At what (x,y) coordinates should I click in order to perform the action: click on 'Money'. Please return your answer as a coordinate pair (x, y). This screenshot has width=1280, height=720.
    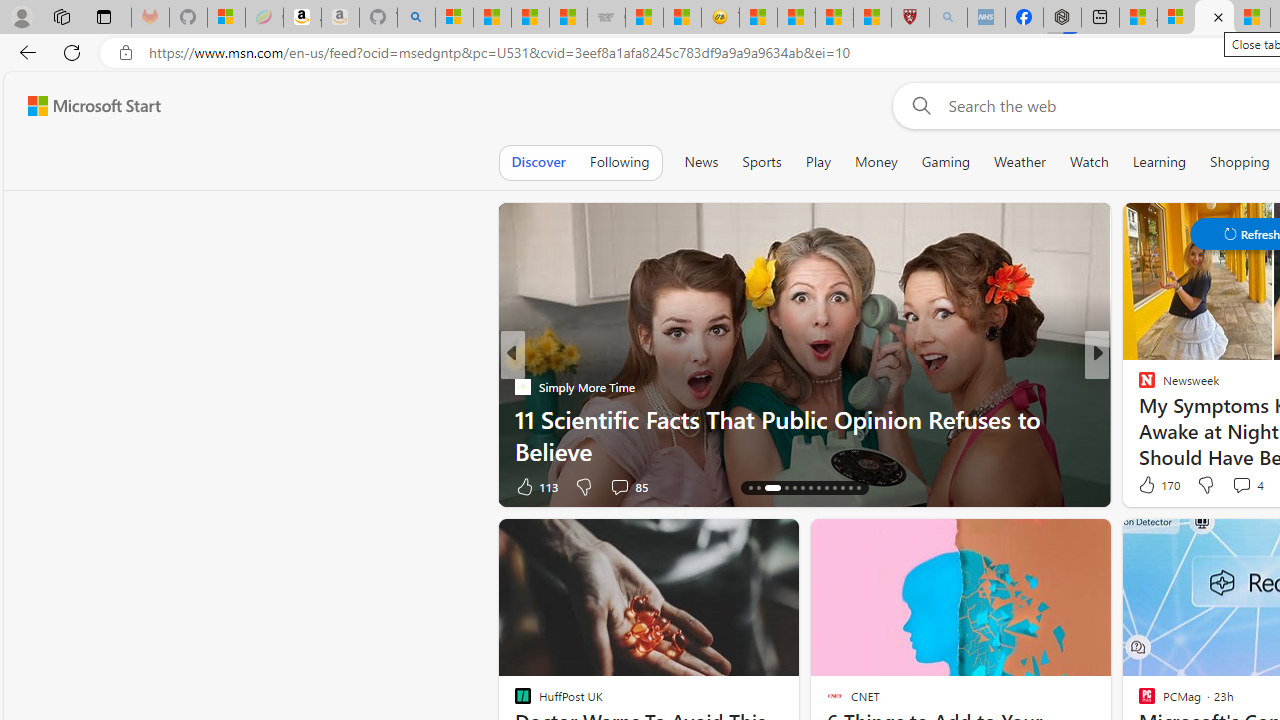
    Looking at the image, I should click on (876, 161).